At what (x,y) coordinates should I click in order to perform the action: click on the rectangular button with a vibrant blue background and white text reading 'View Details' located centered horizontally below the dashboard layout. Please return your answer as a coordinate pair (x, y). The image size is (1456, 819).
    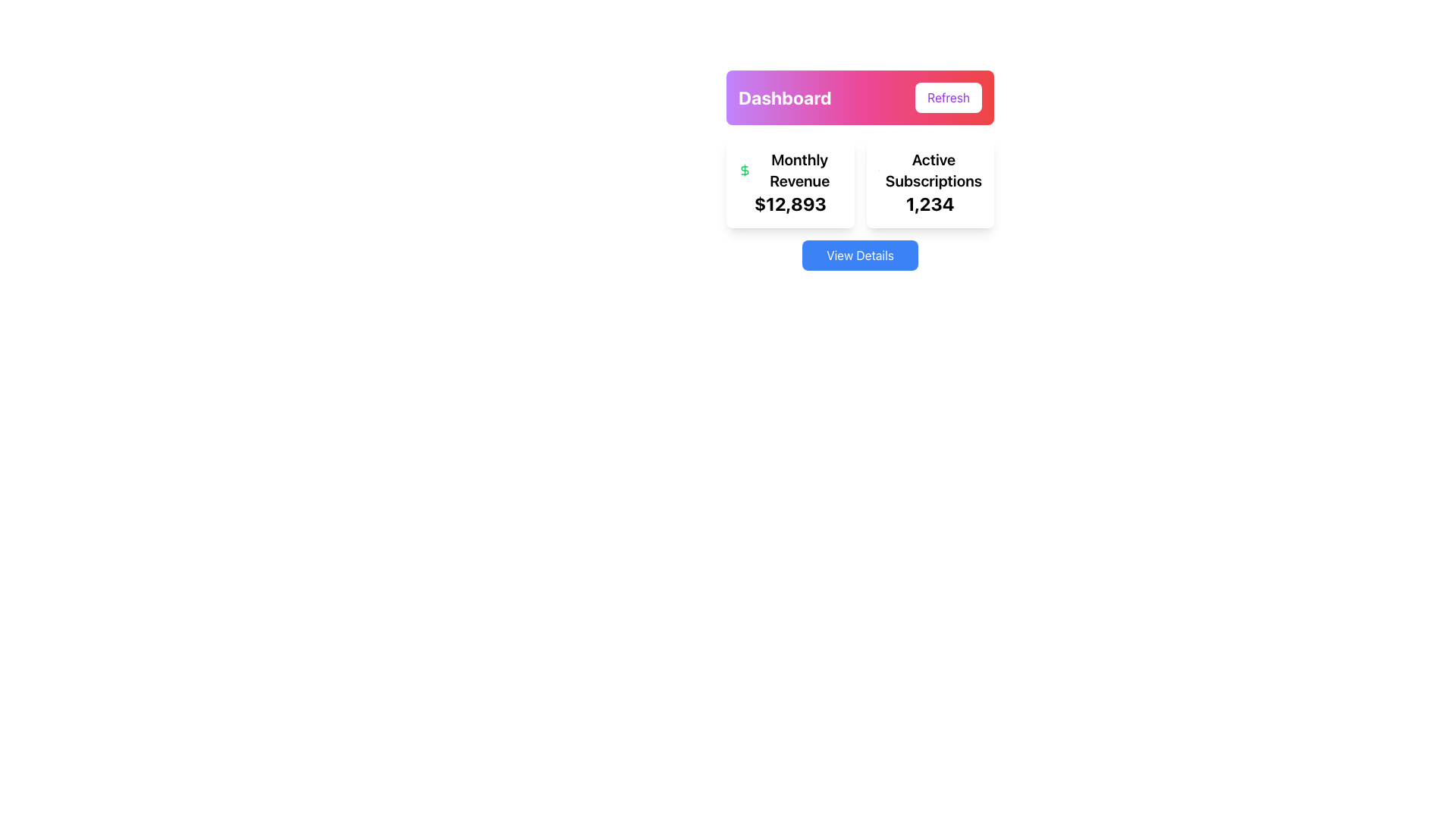
    Looking at the image, I should click on (860, 254).